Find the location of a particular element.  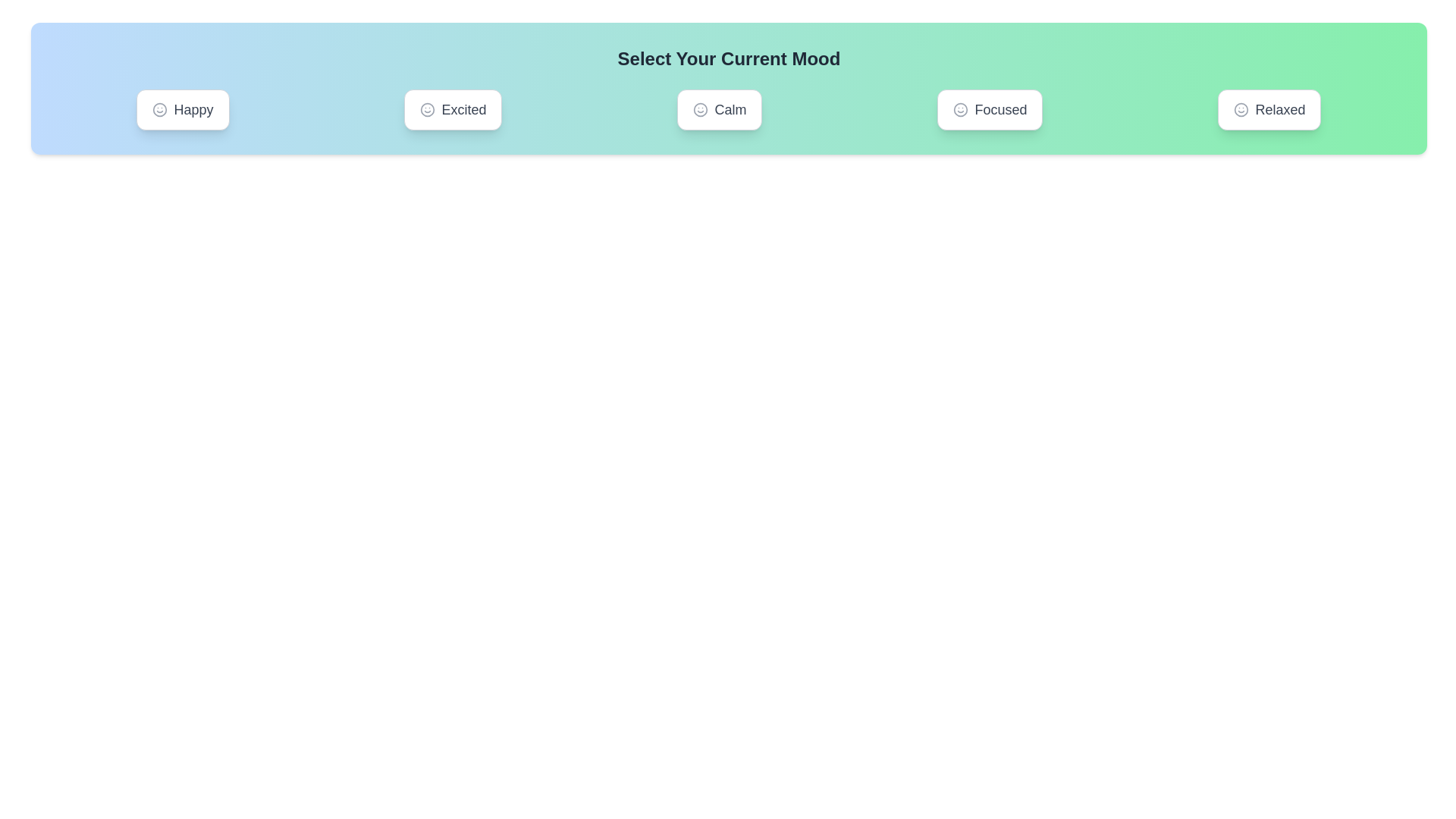

the mood button labeled Calm is located at coordinates (719, 109).